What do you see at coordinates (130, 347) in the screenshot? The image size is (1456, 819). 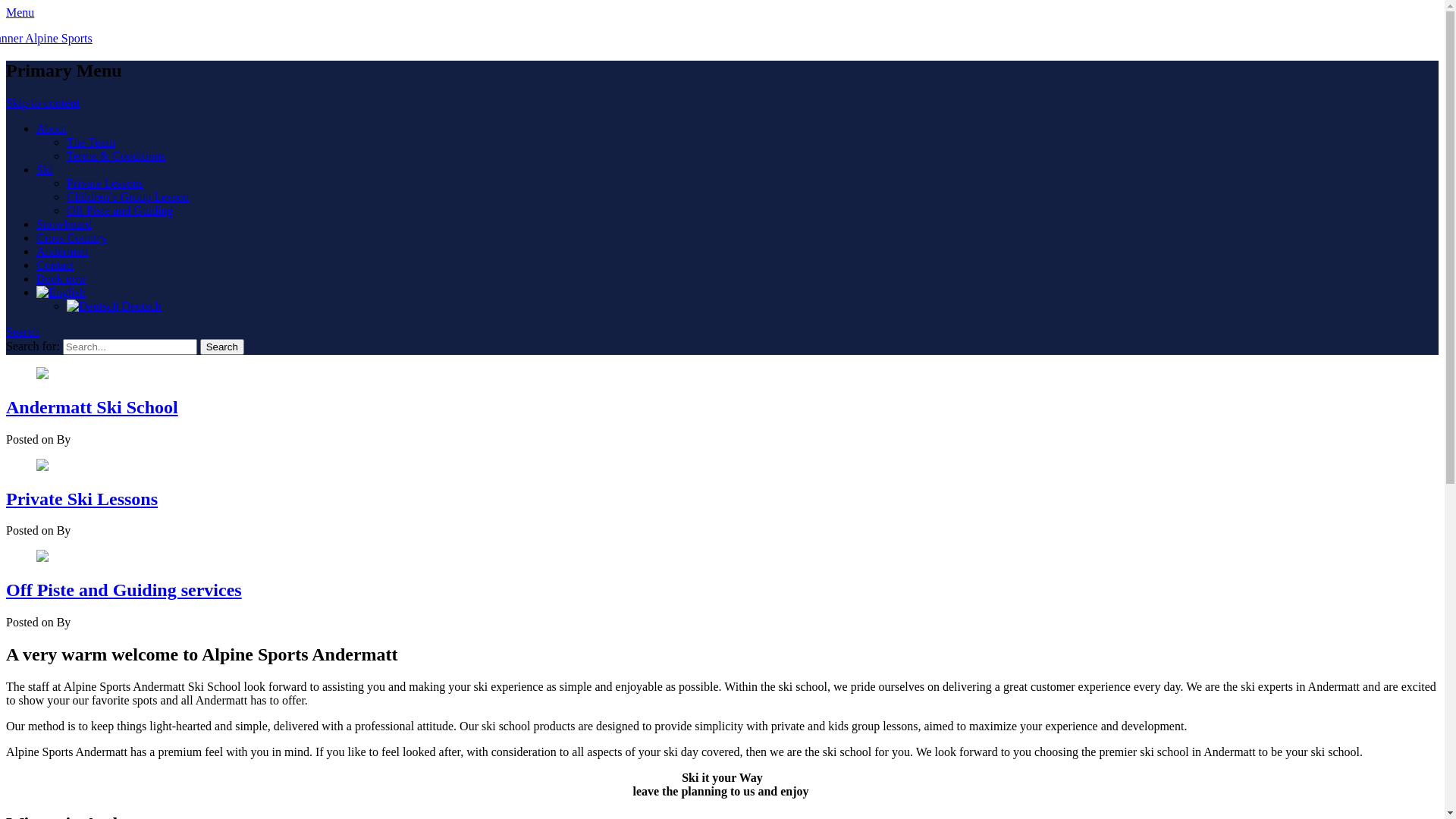 I see `'Search for:'` at bounding box center [130, 347].